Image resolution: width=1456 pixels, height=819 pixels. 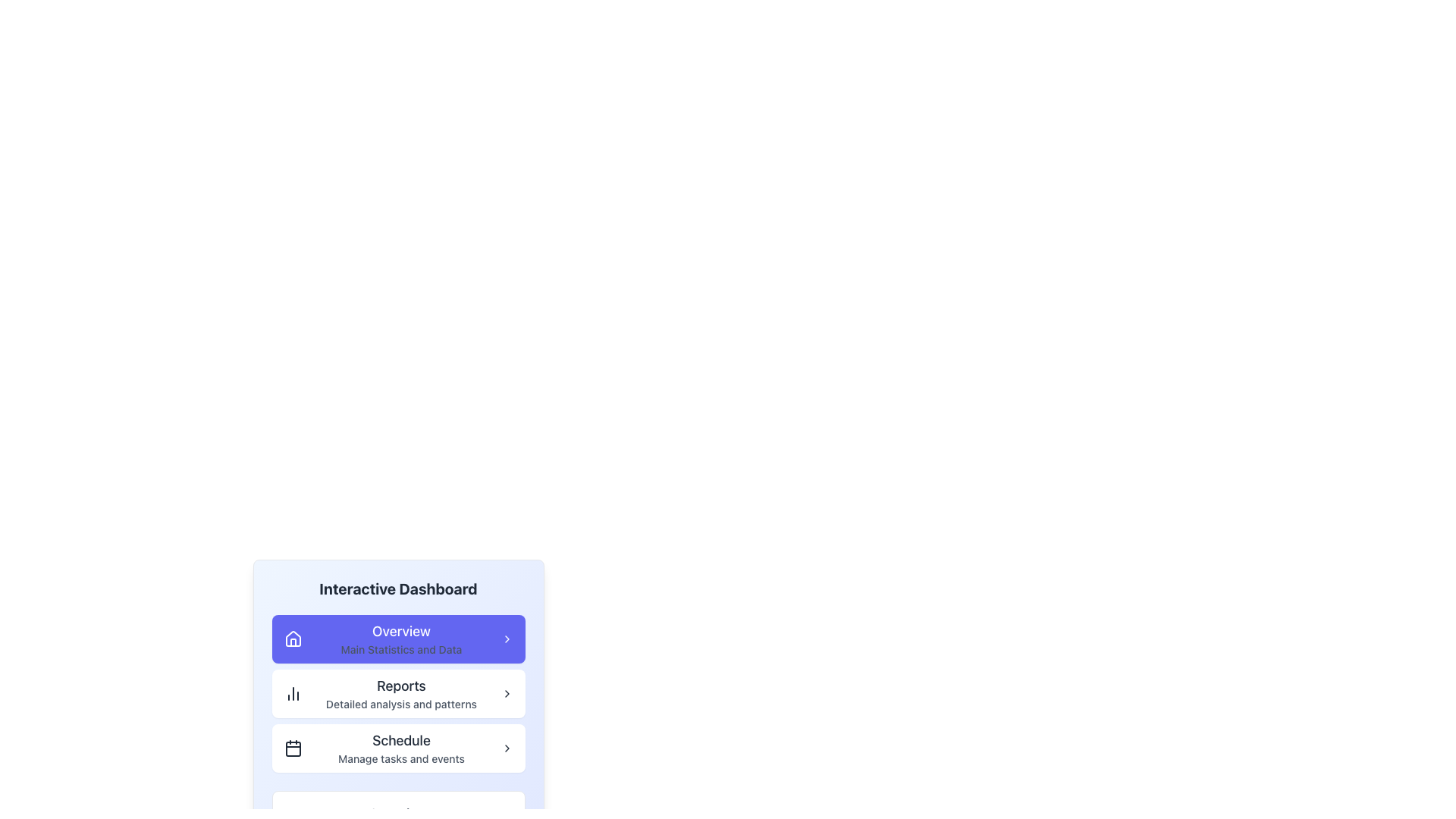 What do you see at coordinates (398, 693) in the screenshot?
I see `the 'Reports' button` at bounding box center [398, 693].